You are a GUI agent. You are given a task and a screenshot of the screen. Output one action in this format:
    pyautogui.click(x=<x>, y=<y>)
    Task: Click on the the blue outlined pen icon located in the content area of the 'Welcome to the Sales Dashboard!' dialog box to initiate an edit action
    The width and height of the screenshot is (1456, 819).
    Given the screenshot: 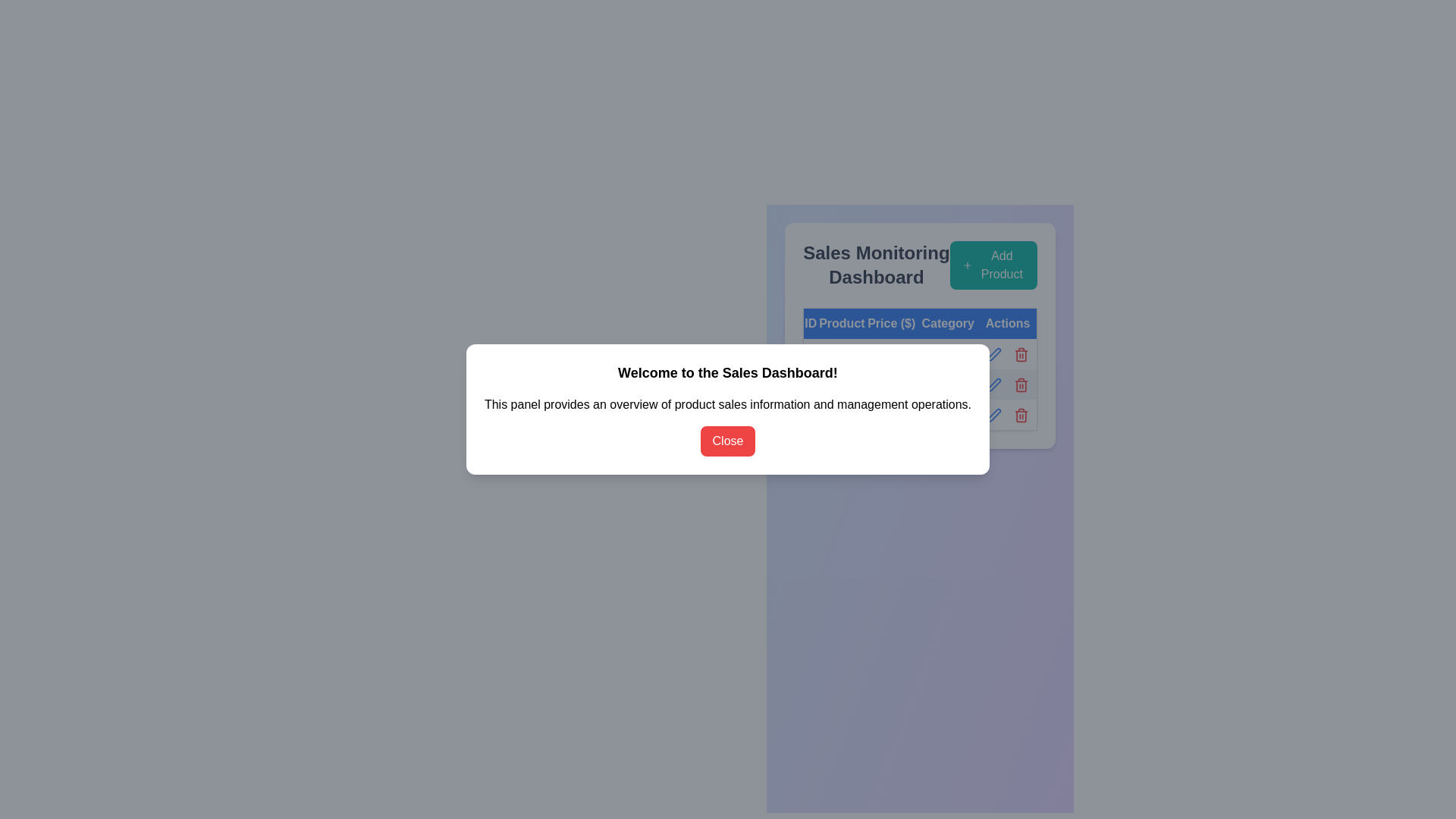 What is the action you would take?
    pyautogui.click(x=994, y=354)
    